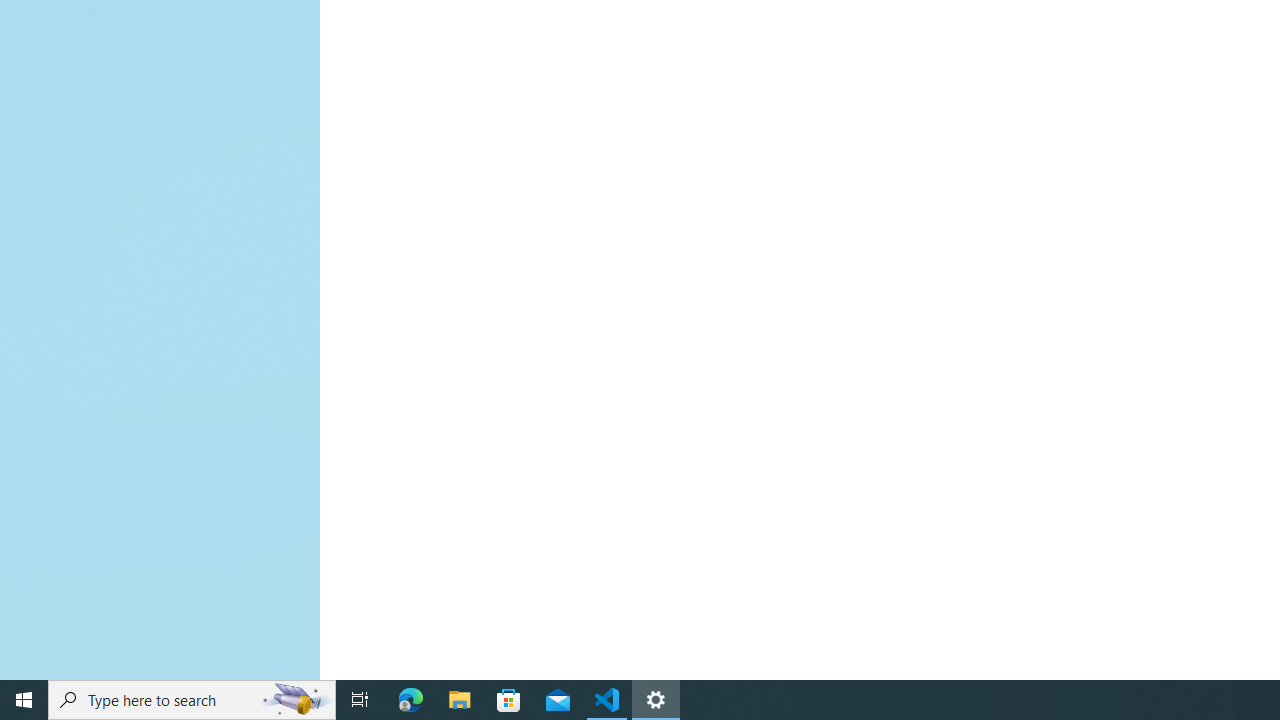  What do you see at coordinates (656, 698) in the screenshot?
I see `'Settings - 1 running window'` at bounding box center [656, 698].